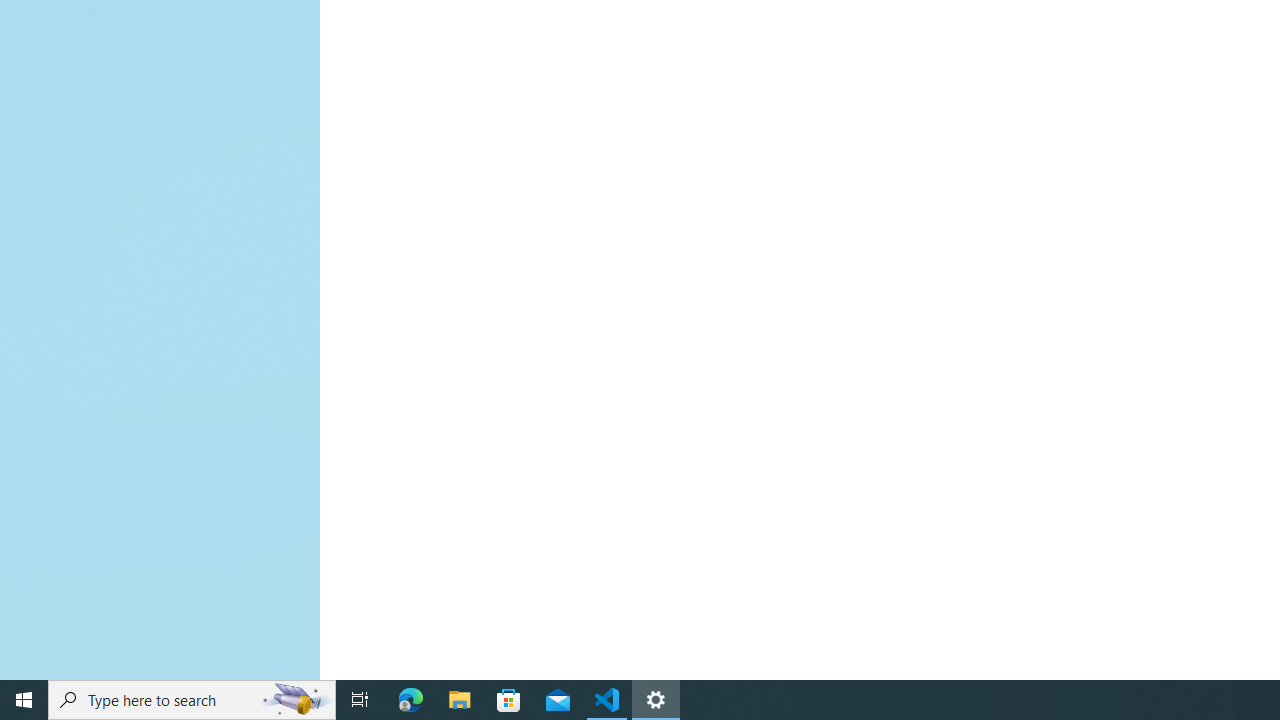  What do you see at coordinates (656, 698) in the screenshot?
I see `'Settings - 1 running window'` at bounding box center [656, 698].